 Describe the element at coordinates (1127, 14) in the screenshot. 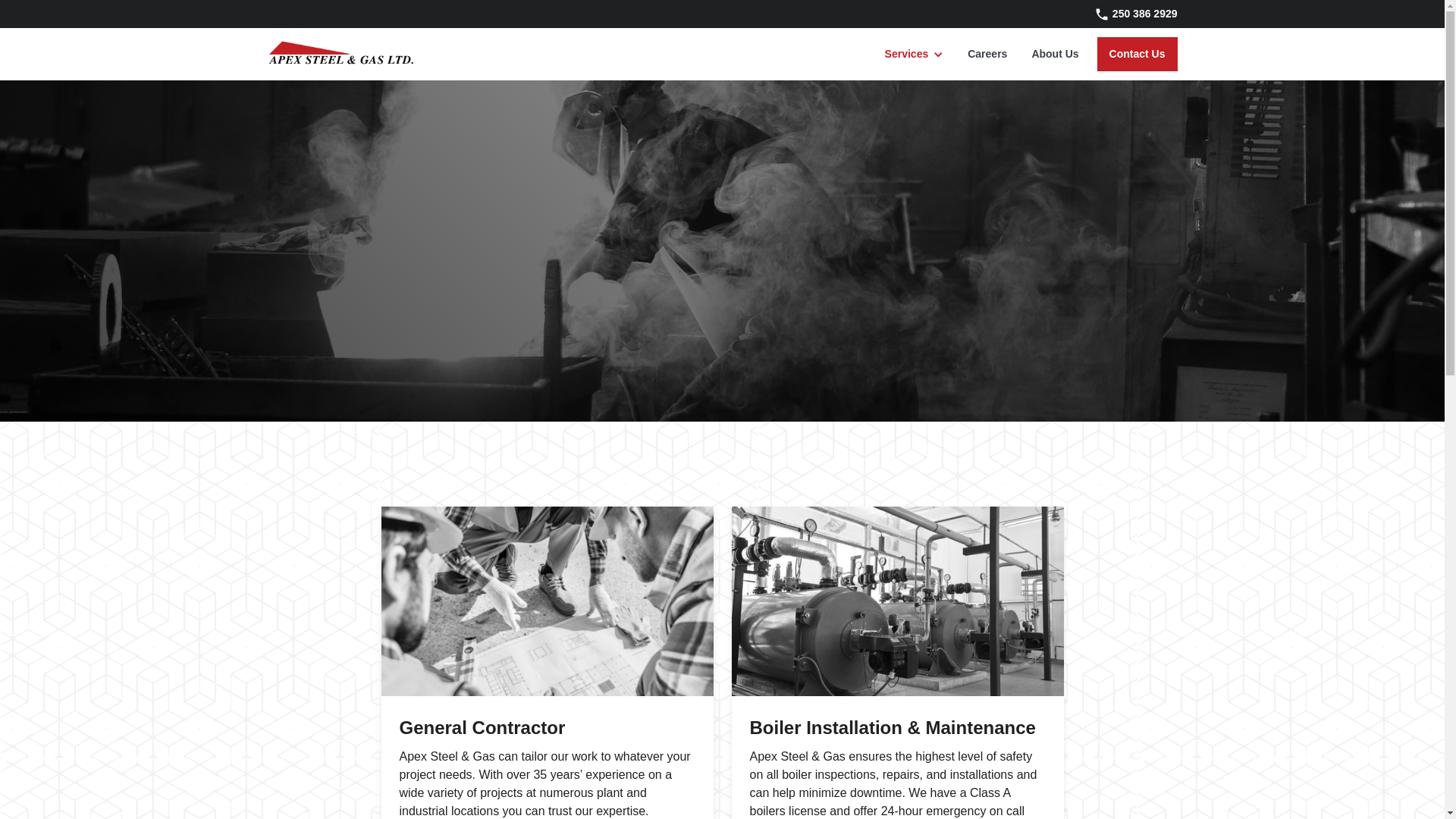

I see `'phone` at that location.